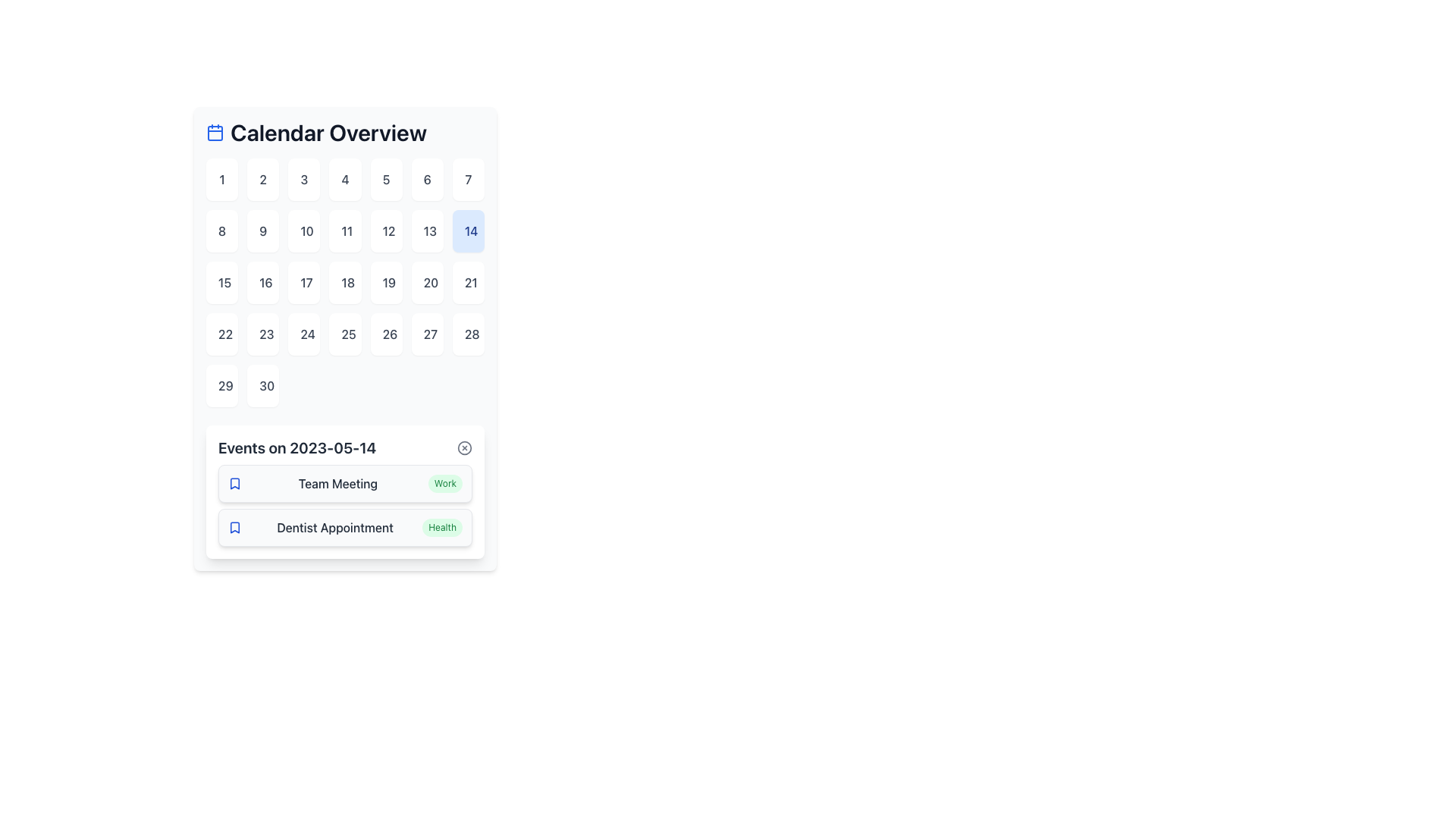  What do you see at coordinates (426, 283) in the screenshot?
I see `the day selector button for the 20th day of the month in the calendar interface` at bounding box center [426, 283].